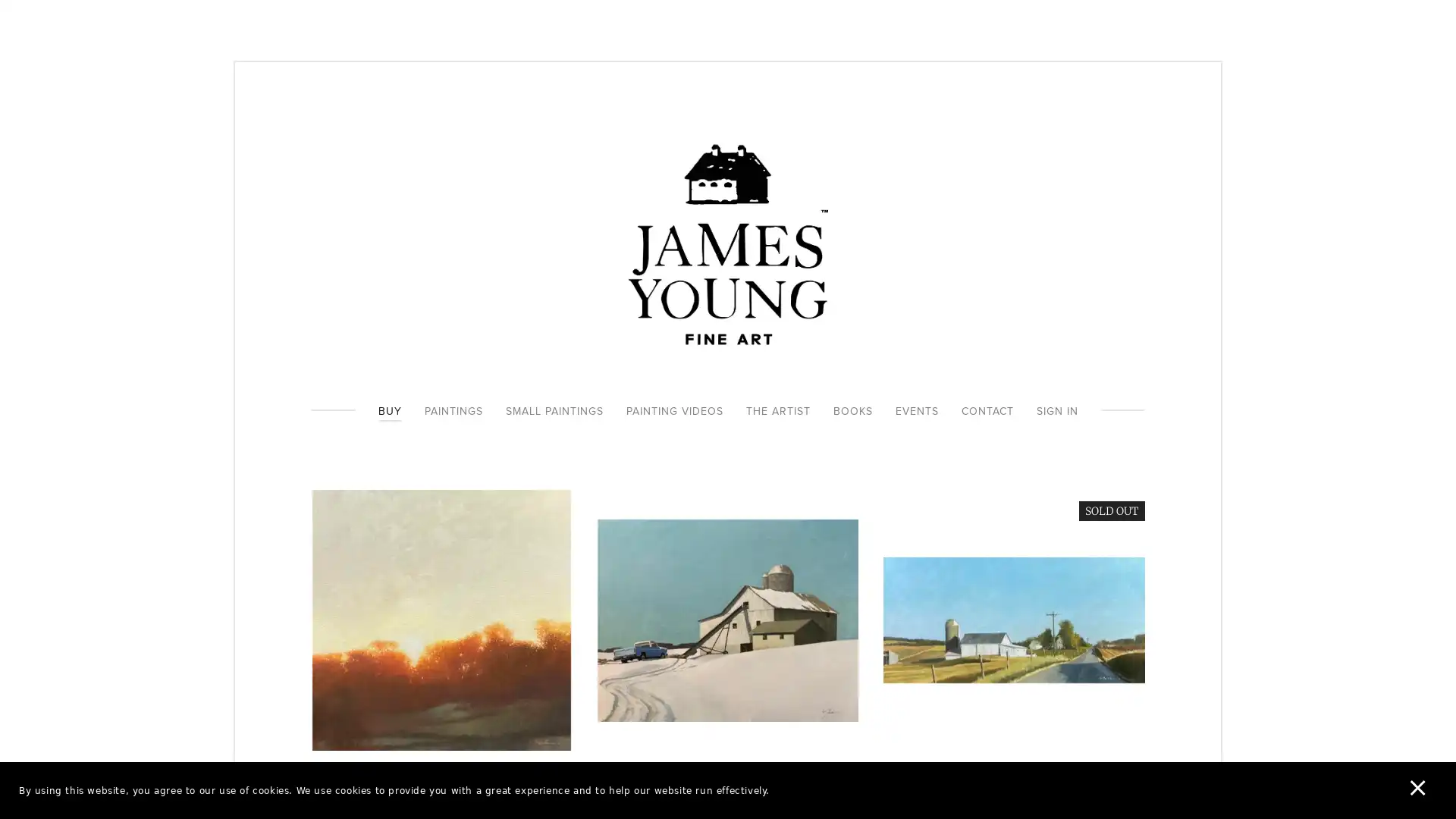 The width and height of the screenshot is (1456, 819). What do you see at coordinates (949, 268) in the screenshot?
I see `Close` at bounding box center [949, 268].